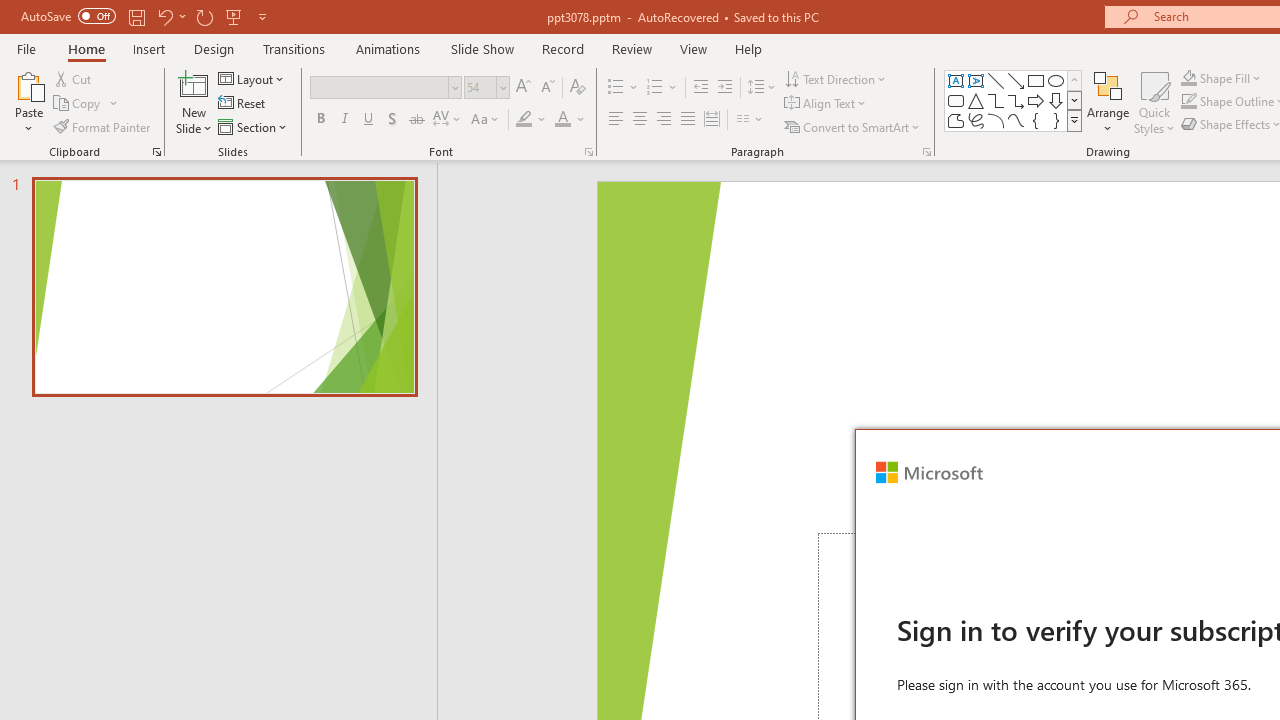  I want to click on 'Paragraph...', so click(925, 150).